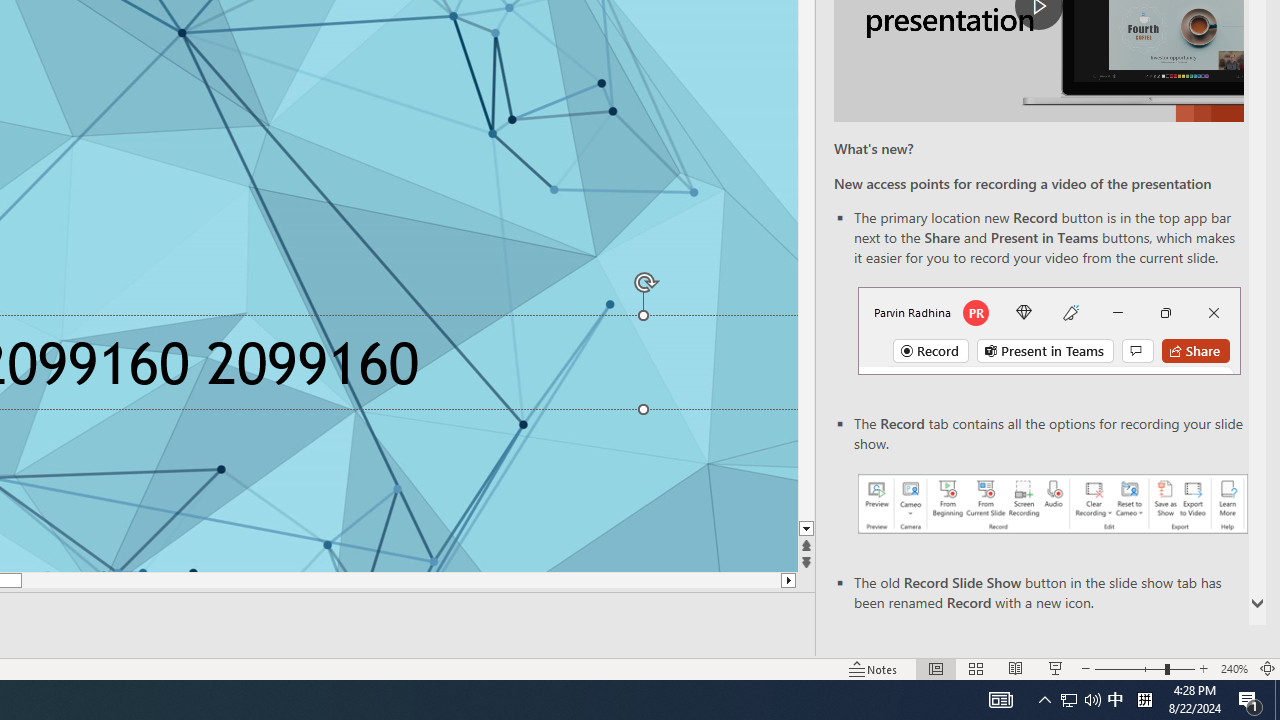 The height and width of the screenshot is (720, 1280). I want to click on 'Notes ', so click(874, 669).